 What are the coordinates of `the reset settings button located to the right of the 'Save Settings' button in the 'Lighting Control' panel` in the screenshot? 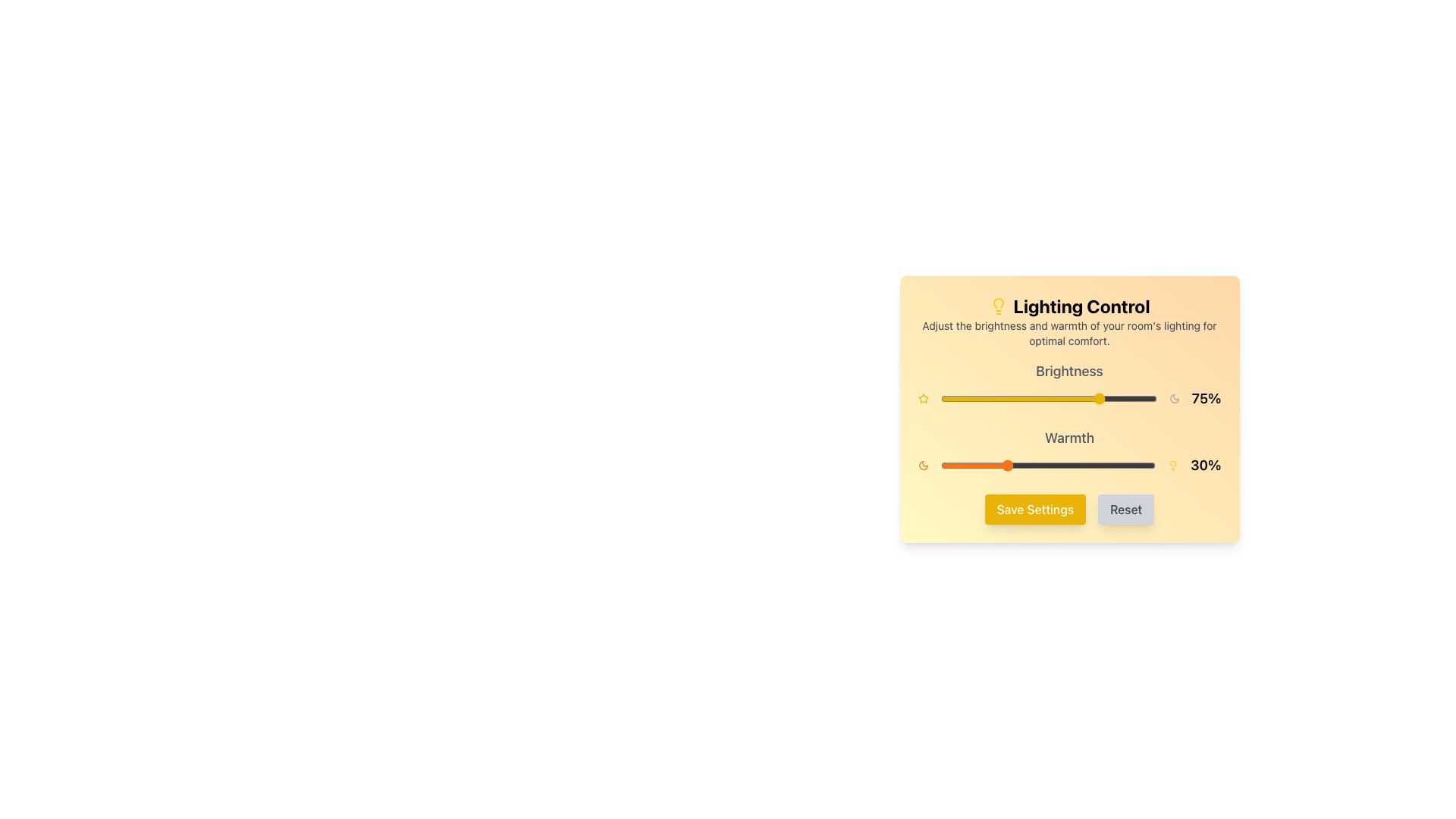 It's located at (1125, 509).